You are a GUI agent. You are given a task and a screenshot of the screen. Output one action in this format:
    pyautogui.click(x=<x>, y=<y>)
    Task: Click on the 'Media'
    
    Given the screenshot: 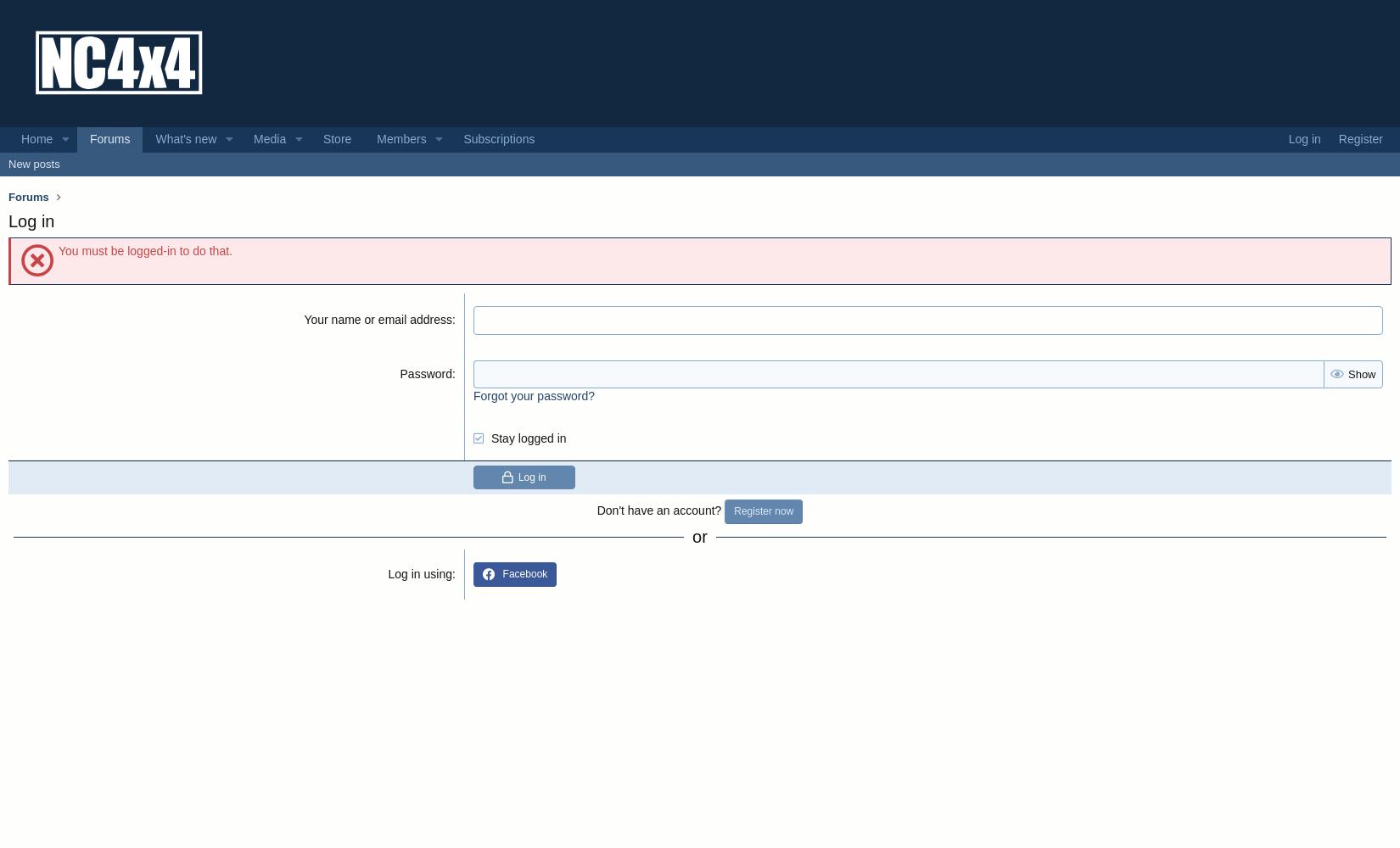 What is the action you would take?
    pyautogui.click(x=269, y=139)
    